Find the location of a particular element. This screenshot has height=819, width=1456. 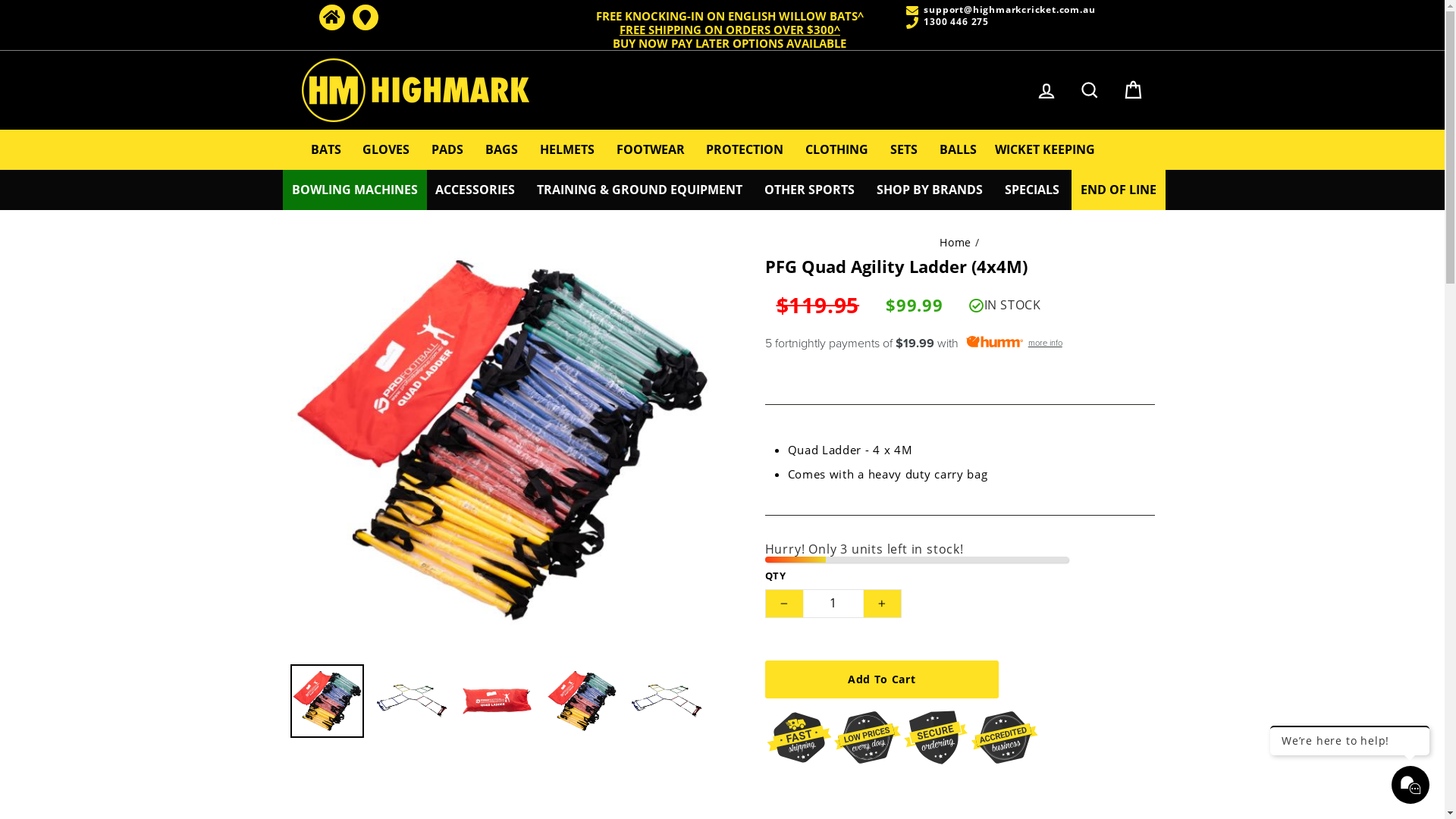

'WICKET KEEPING' is located at coordinates (1043, 149).